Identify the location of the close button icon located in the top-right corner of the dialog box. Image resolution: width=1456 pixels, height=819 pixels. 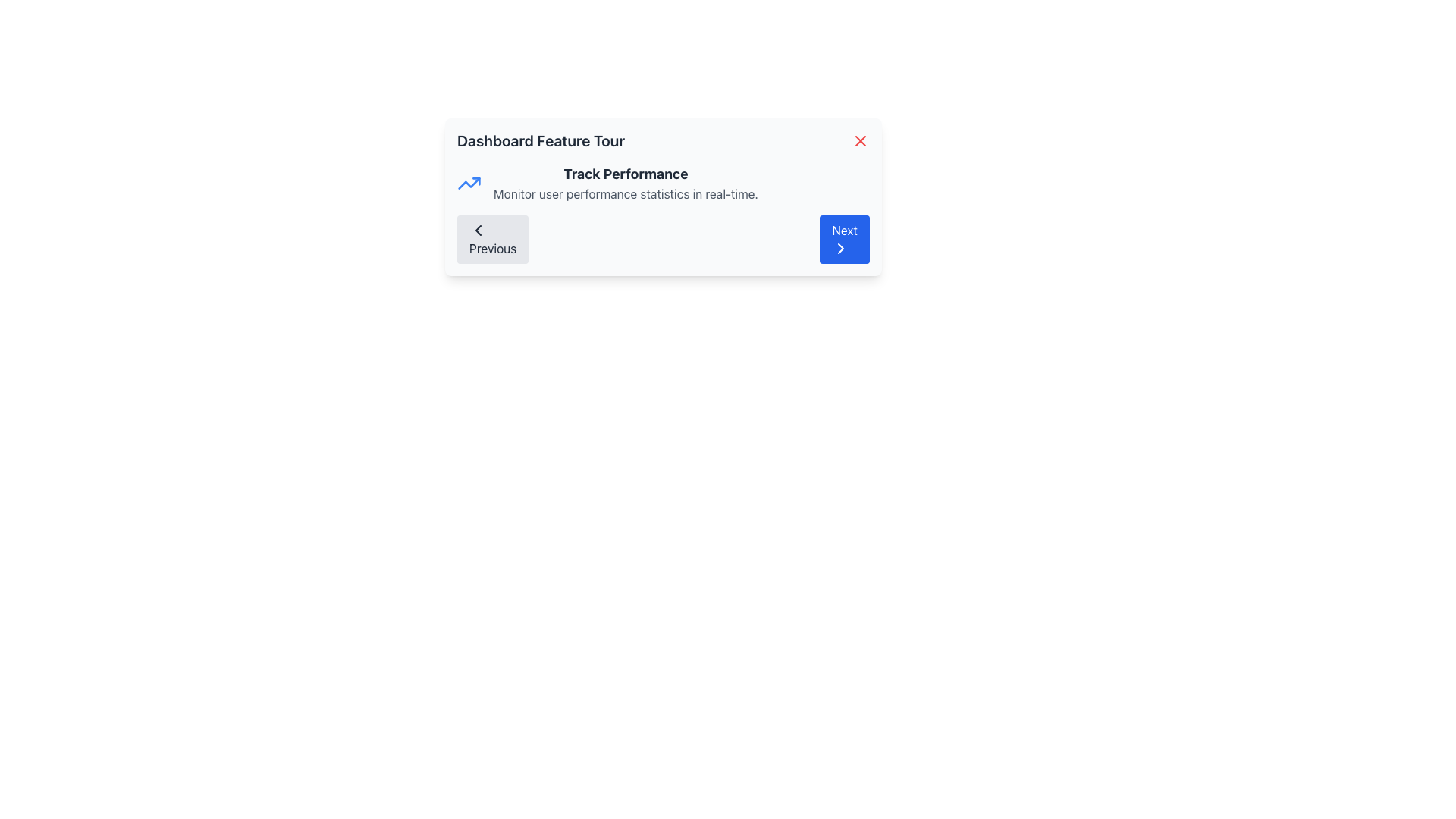
(860, 140).